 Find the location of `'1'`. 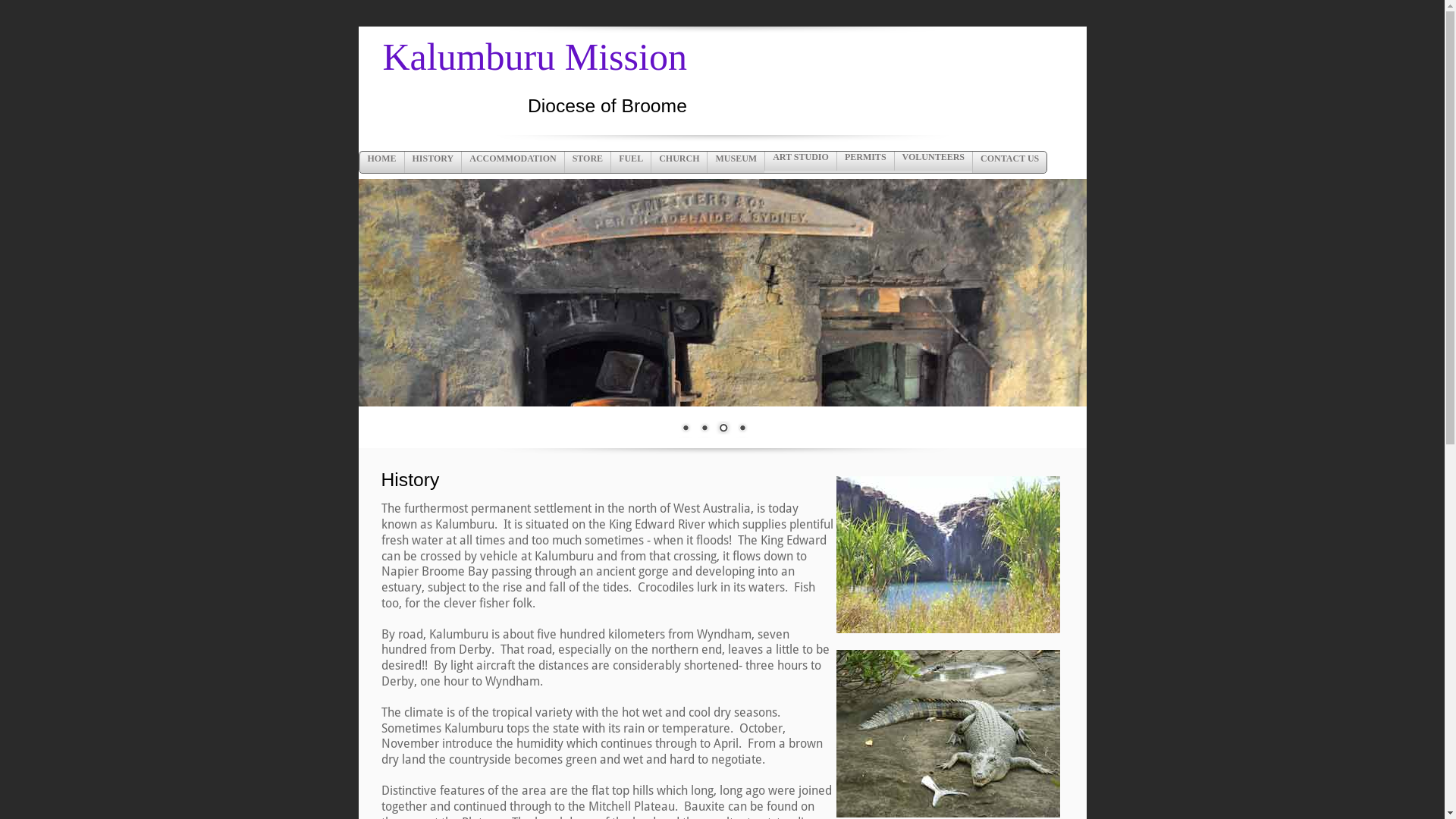

'1' is located at coordinates (683, 429).